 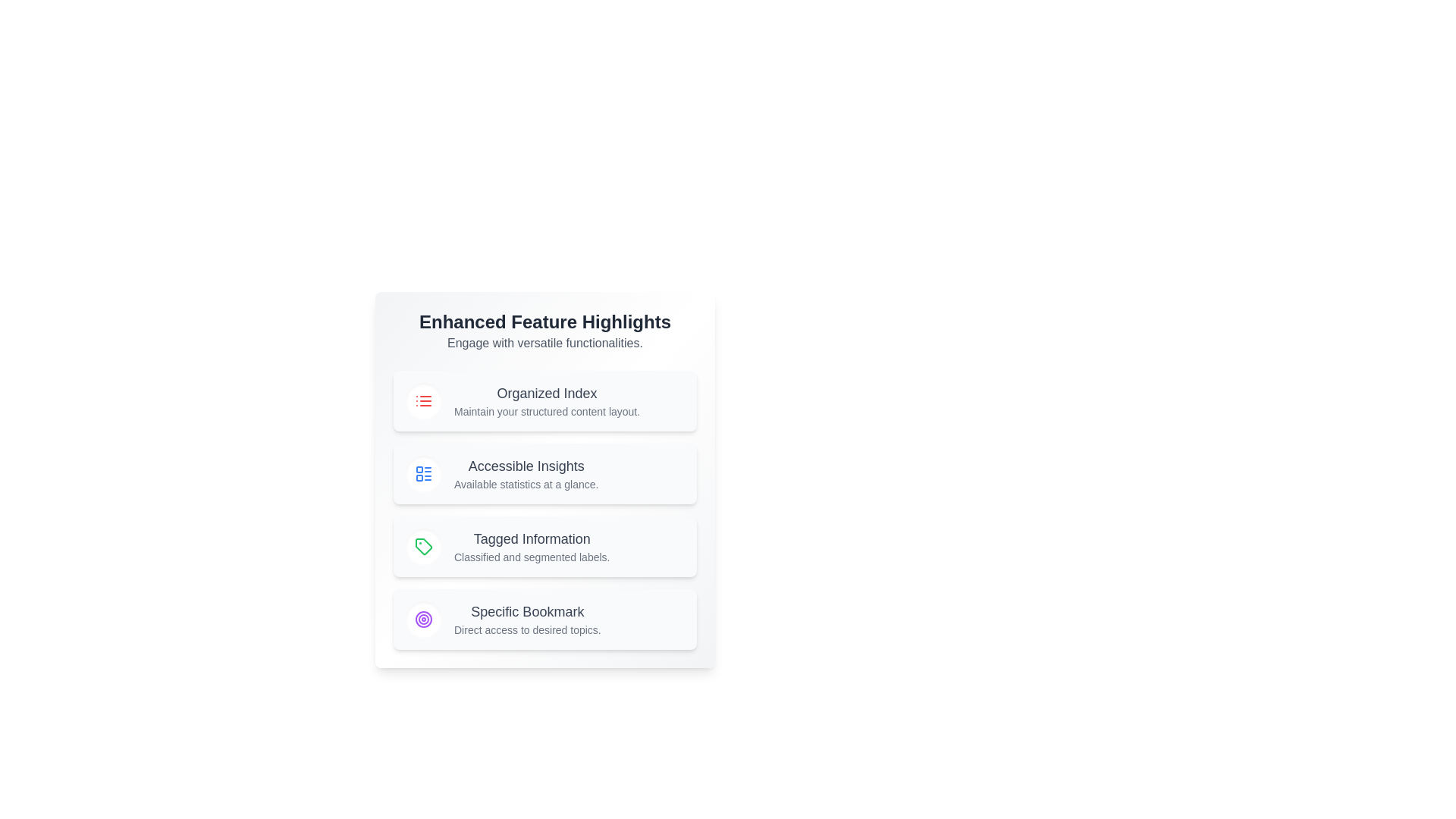 What do you see at coordinates (423, 547) in the screenshot?
I see `the icon representing Tagged Information` at bounding box center [423, 547].